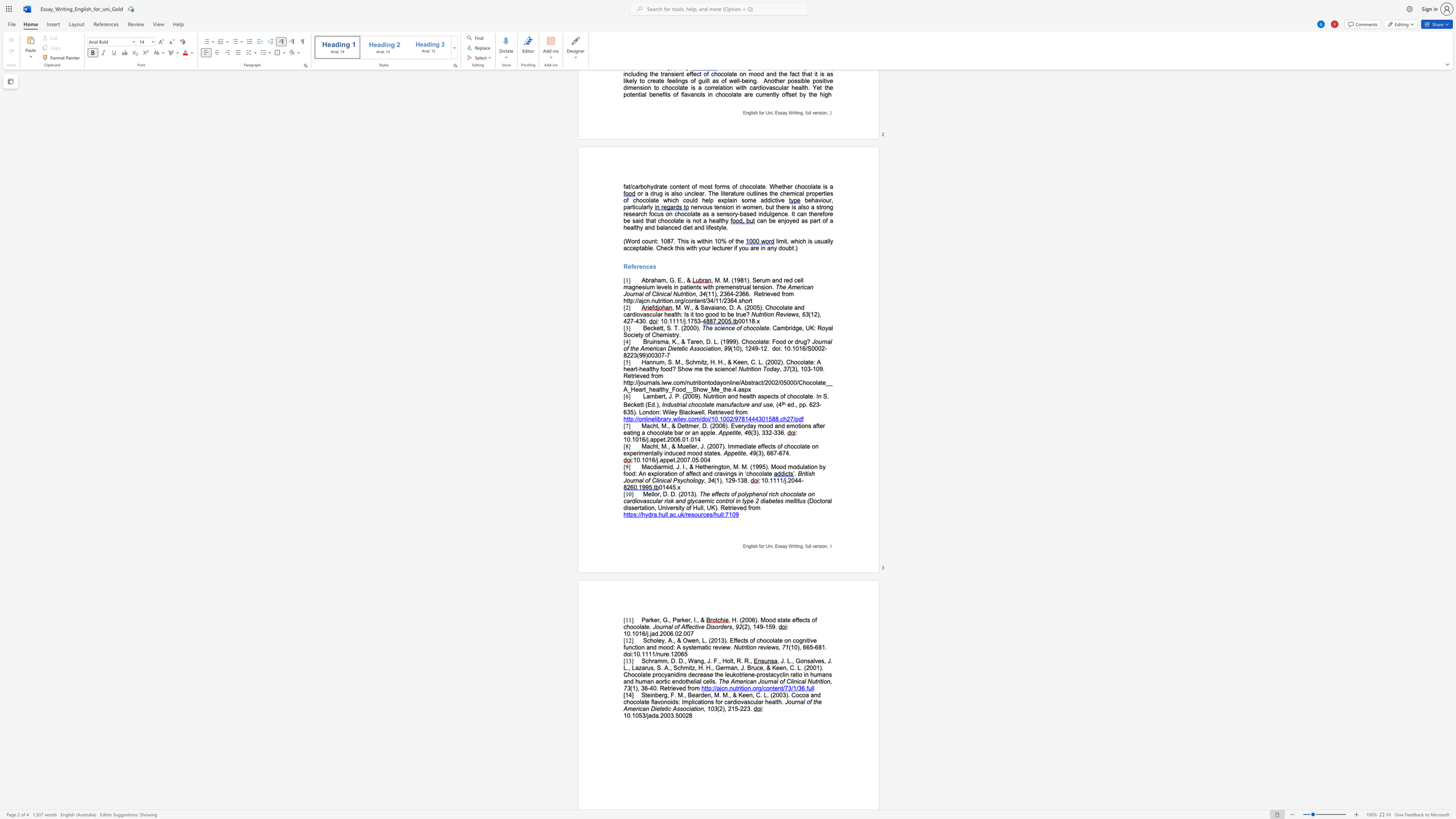  What do you see at coordinates (774, 688) in the screenshot?
I see `the subset text "ent/73/1/36.fu" within the text "http://ajcn.nutrition.org/content/73/1/36.full"` at bounding box center [774, 688].